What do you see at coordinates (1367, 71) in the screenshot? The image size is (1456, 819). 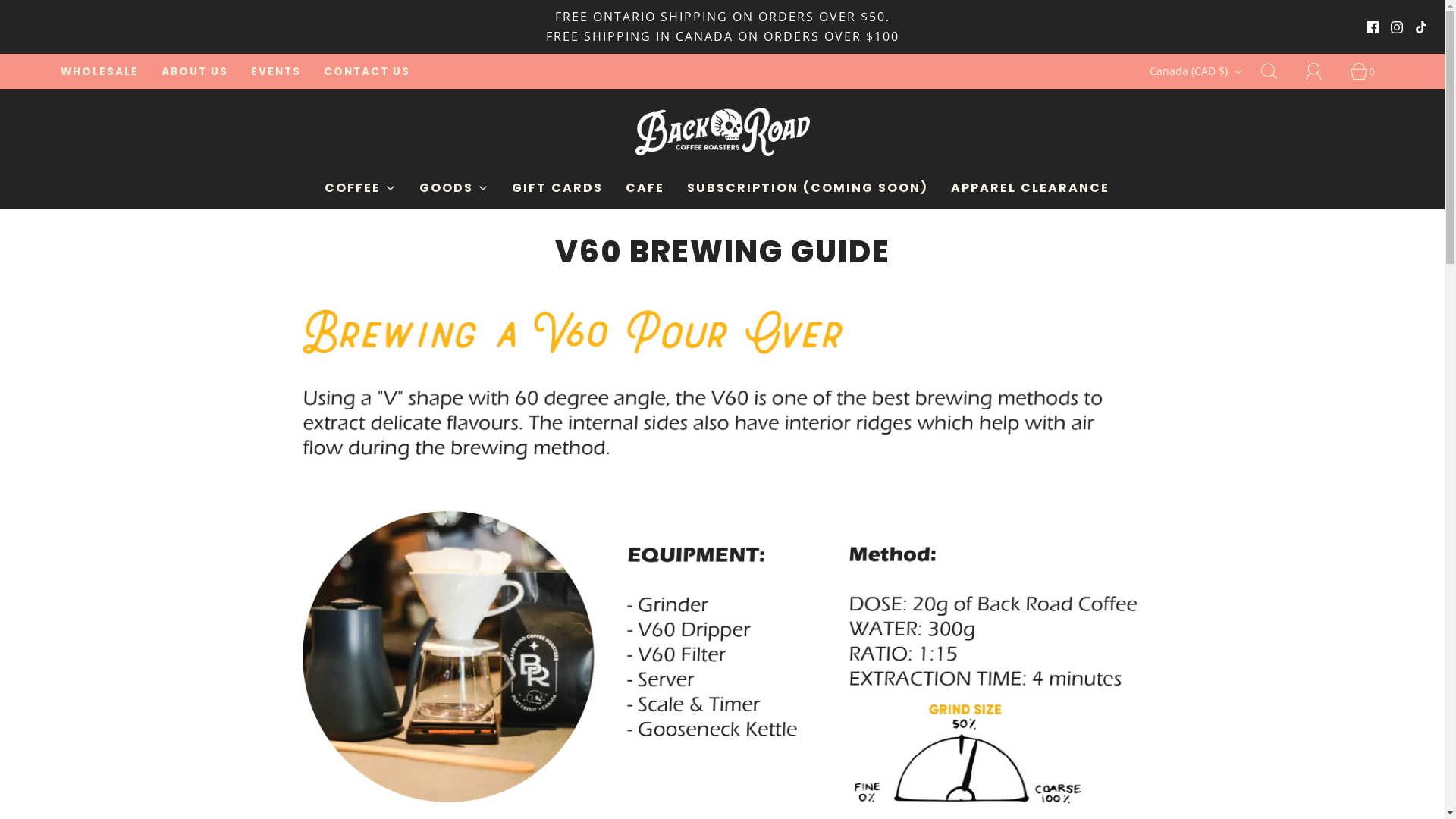 I see `'0'` at bounding box center [1367, 71].